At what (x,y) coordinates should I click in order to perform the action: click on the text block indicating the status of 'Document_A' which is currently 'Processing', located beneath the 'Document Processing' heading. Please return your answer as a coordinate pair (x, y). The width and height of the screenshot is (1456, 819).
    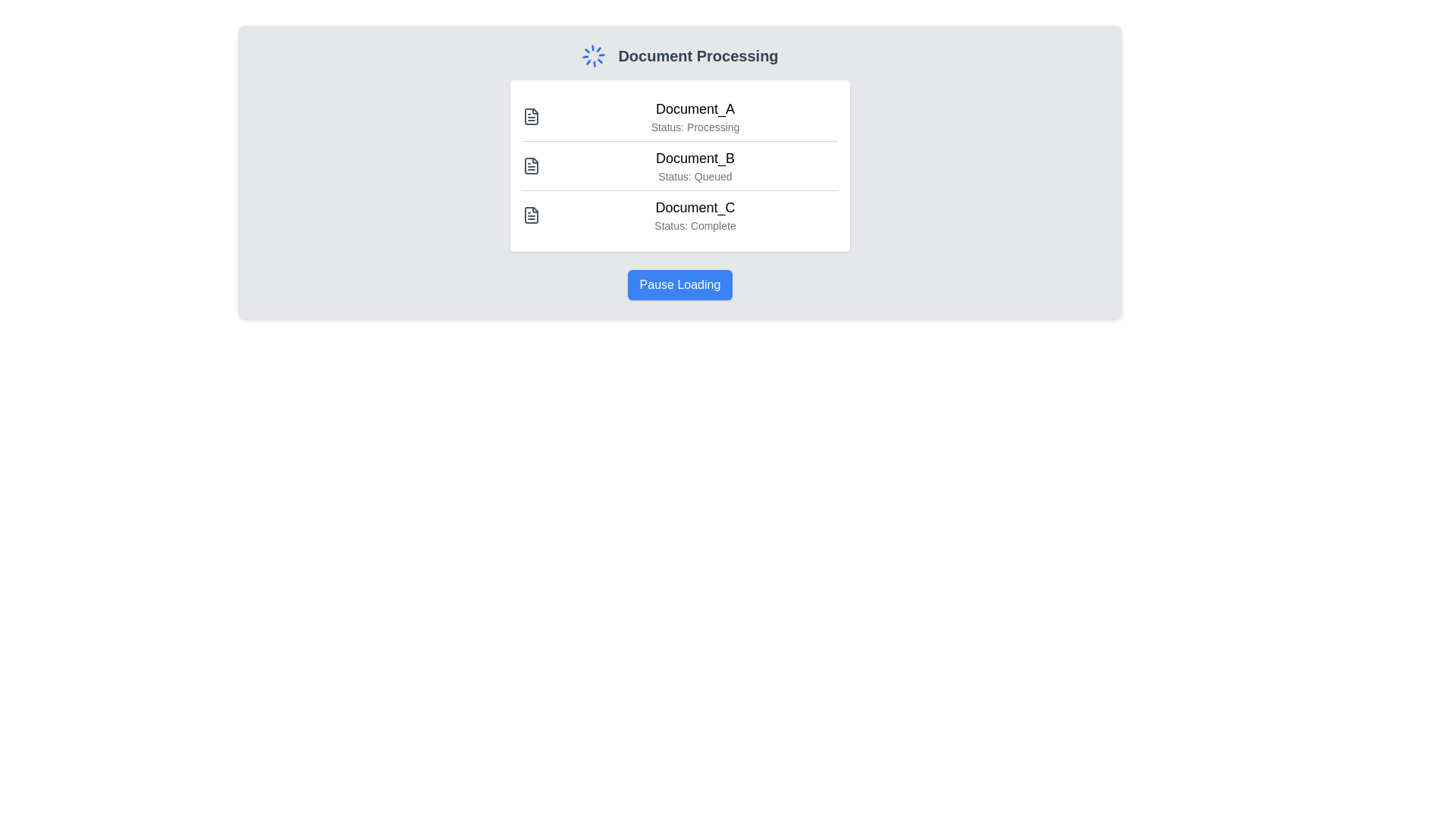
    Looking at the image, I should click on (694, 116).